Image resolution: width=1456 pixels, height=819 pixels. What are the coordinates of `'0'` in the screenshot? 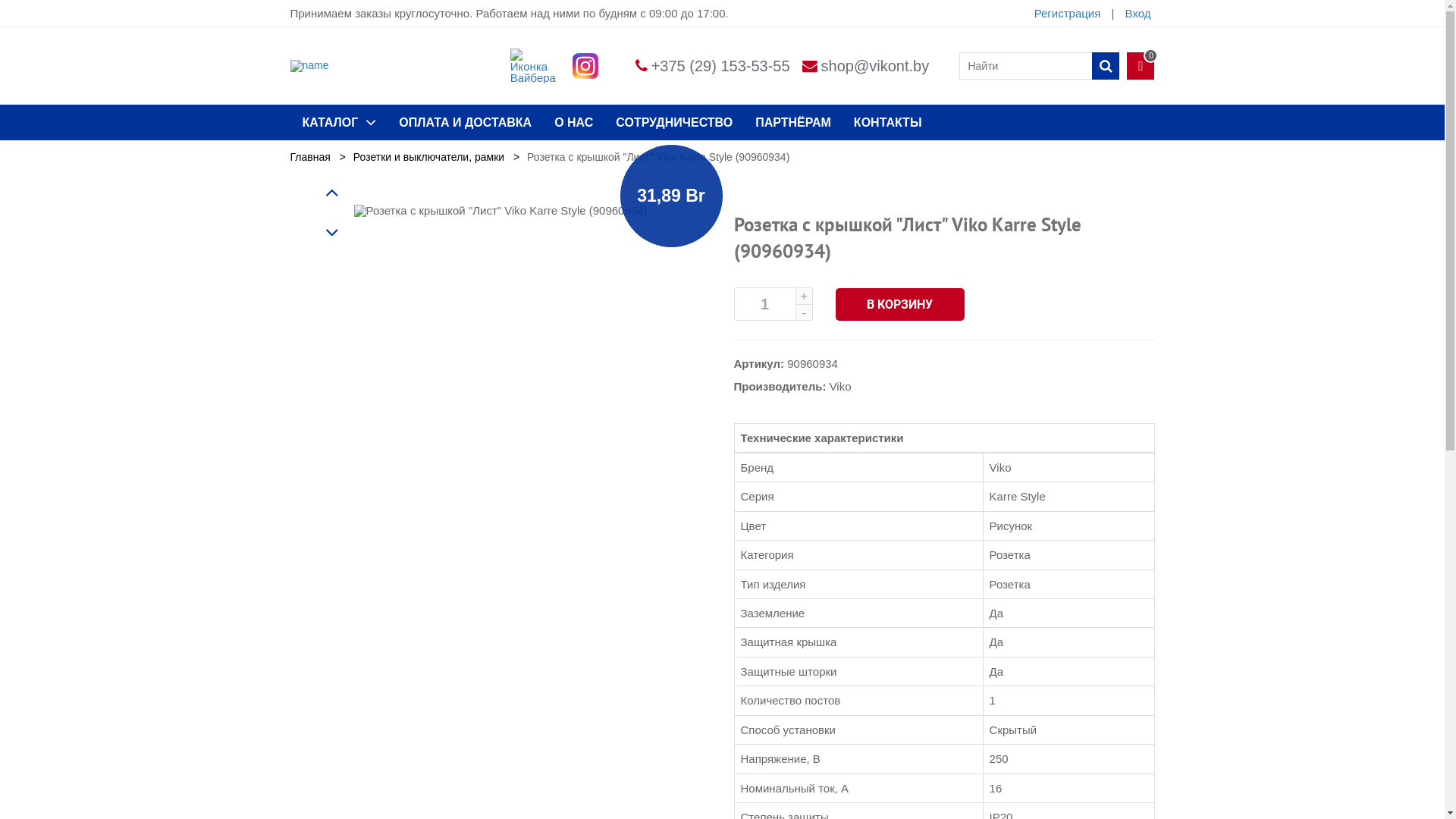 It's located at (1140, 65).